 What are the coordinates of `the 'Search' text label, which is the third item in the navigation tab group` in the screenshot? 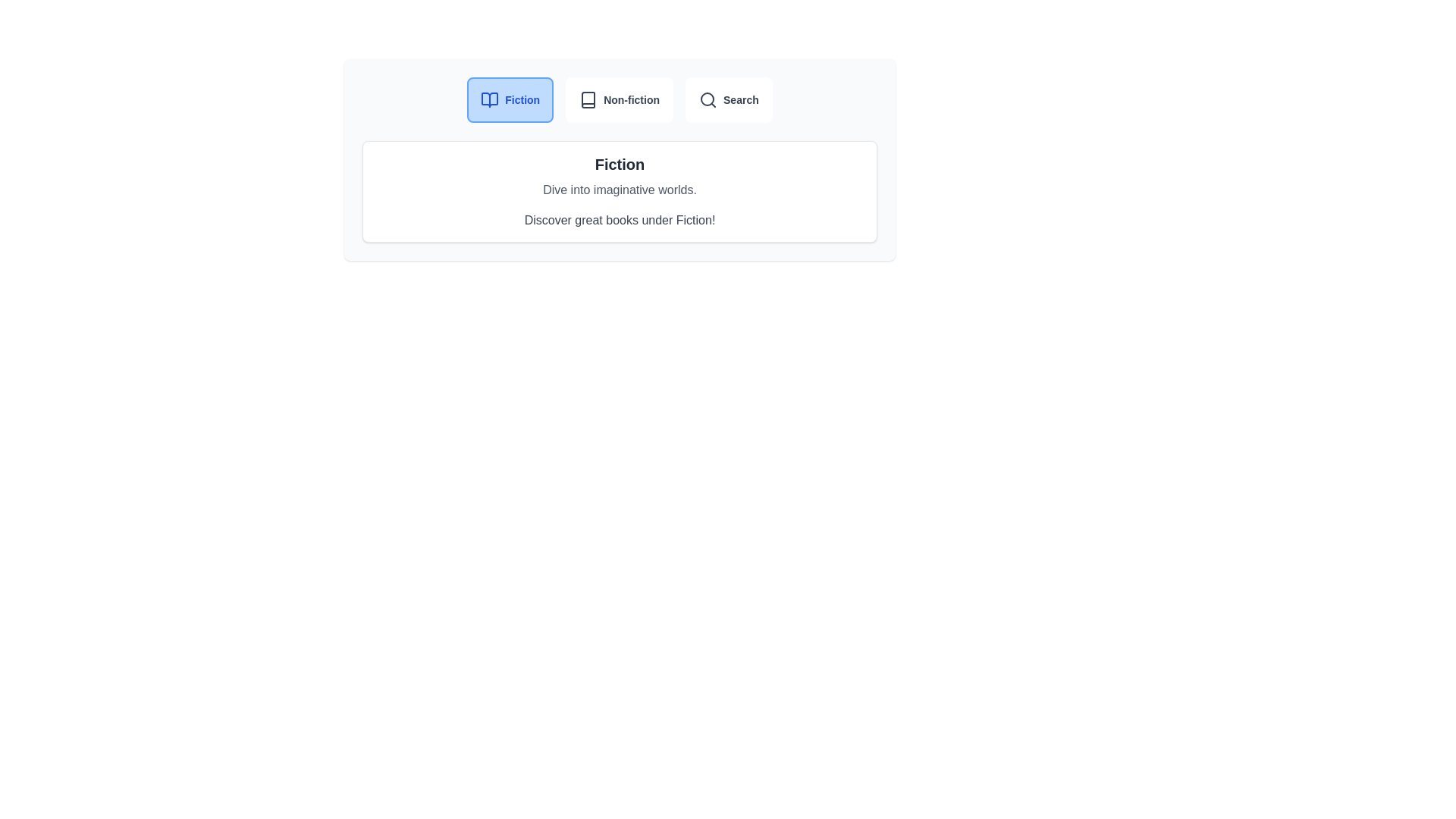 It's located at (741, 99).